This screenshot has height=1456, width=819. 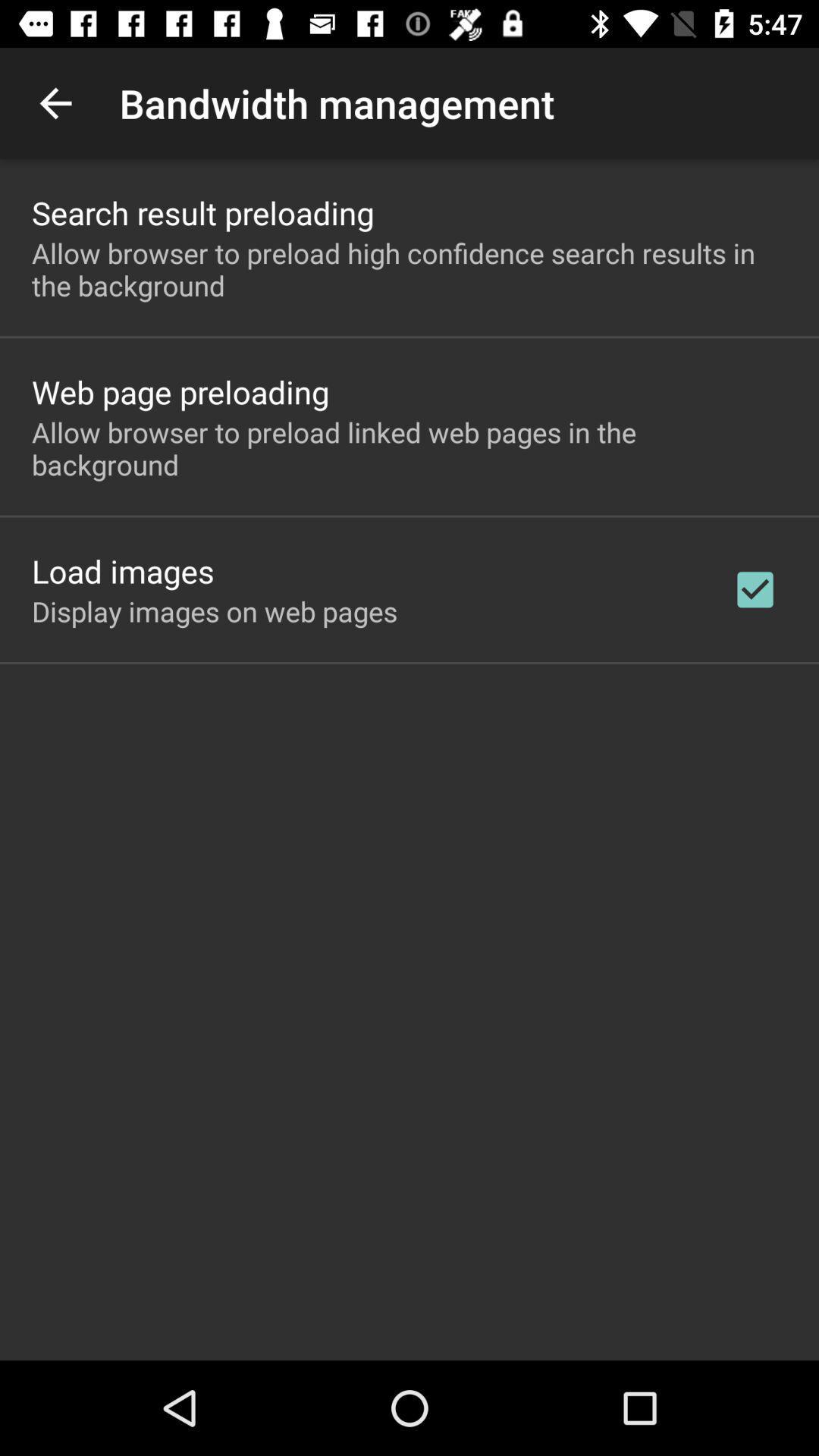 I want to click on the web page preloading item, so click(x=180, y=391).